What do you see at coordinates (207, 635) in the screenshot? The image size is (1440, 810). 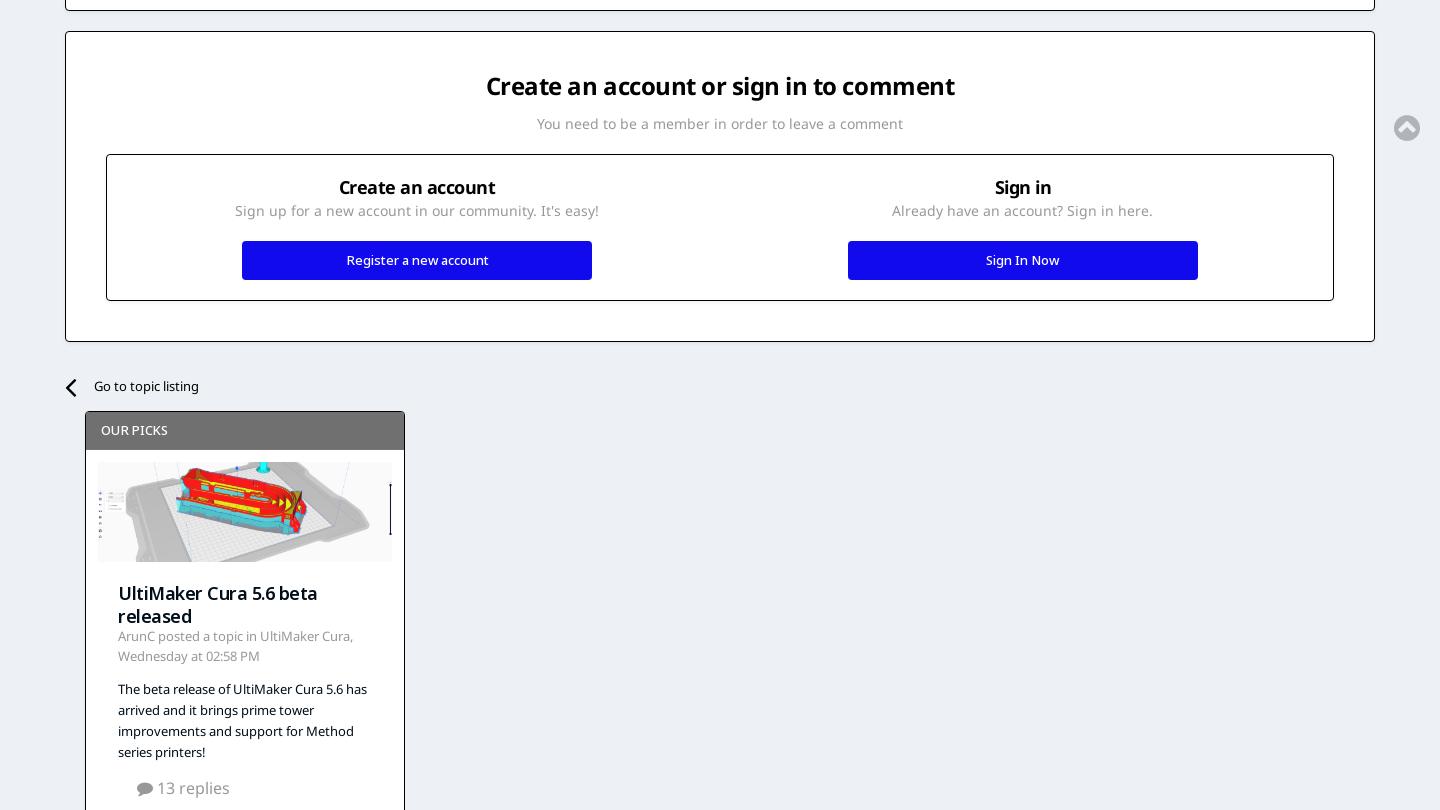 I see `'posted a topic in'` at bounding box center [207, 635].